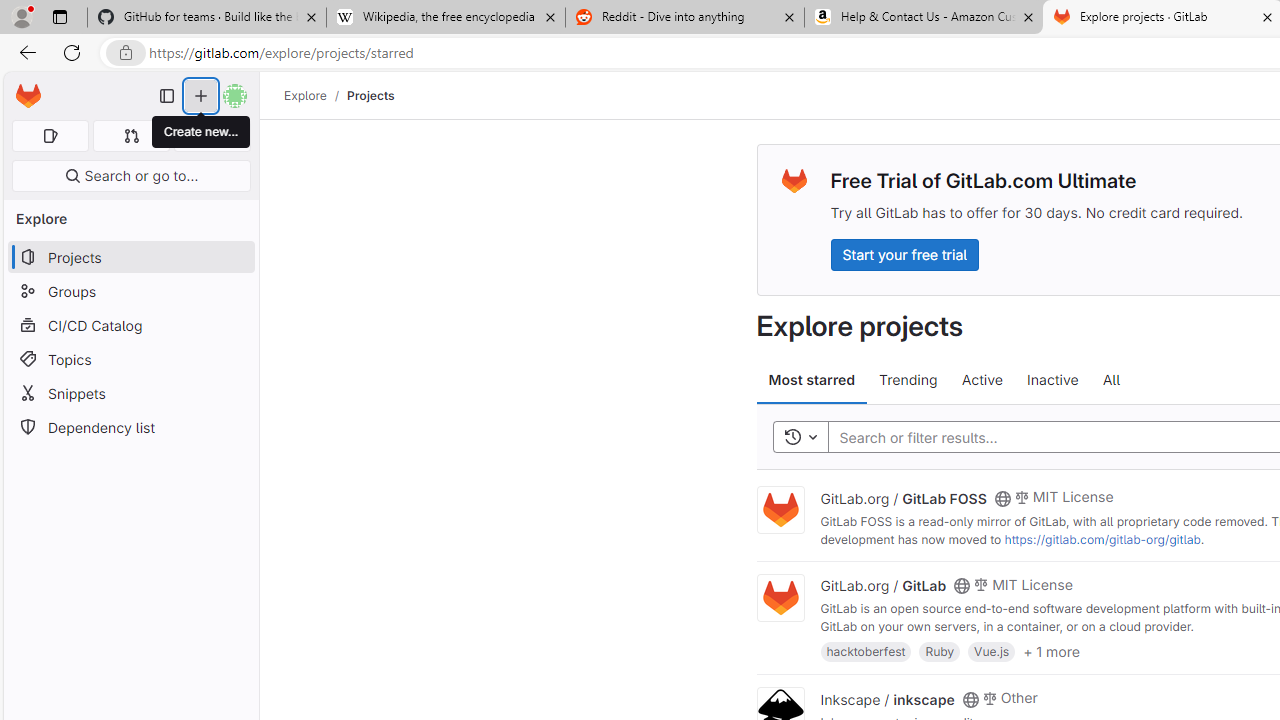  What do you see at coordinates (23, 86) in the screenshot?
I see `'Skip to main content'` at bounding box center [23, 86].